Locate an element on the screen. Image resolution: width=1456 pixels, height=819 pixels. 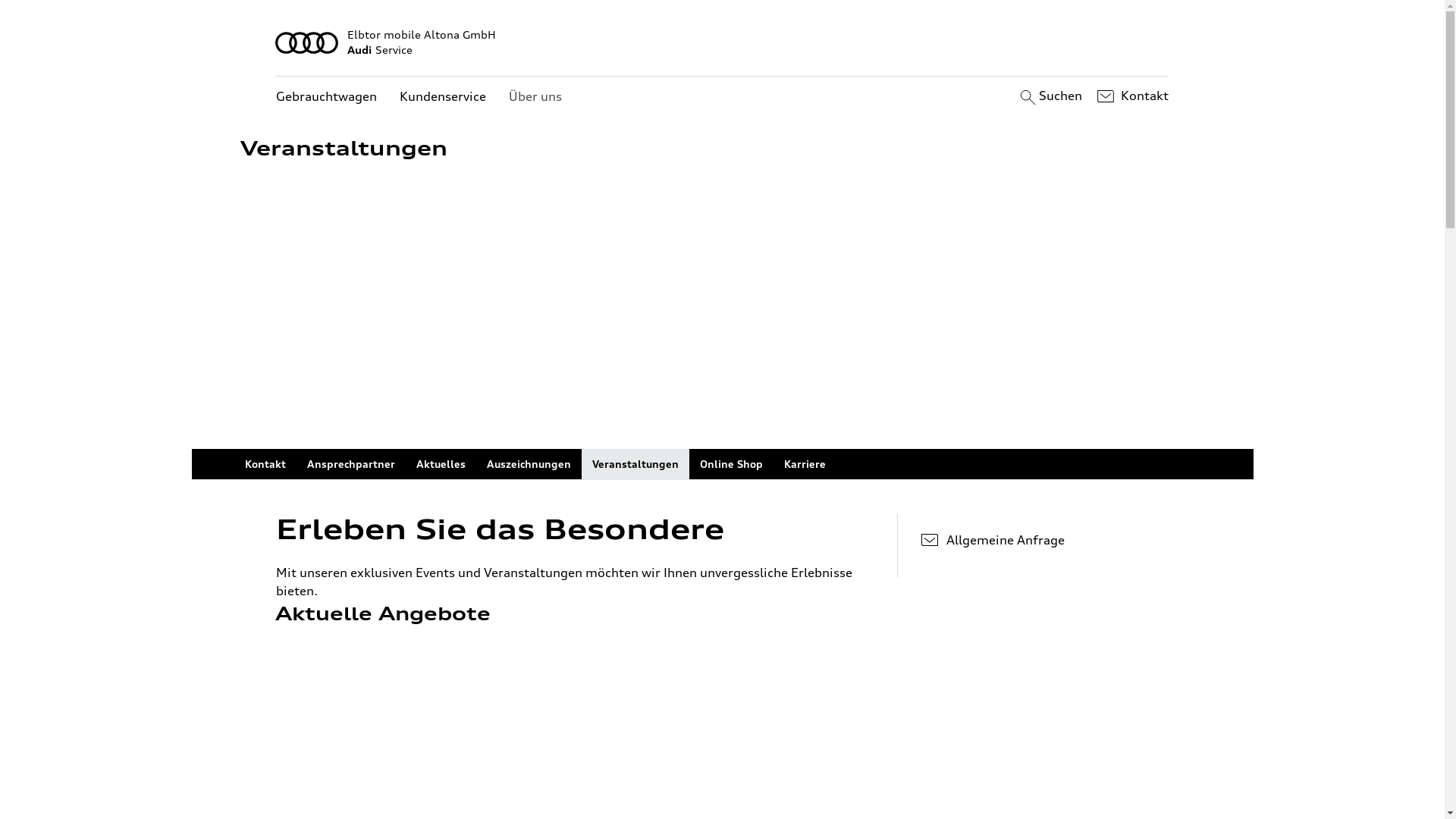
'Auszeichnungen' is located at coordinates (529, 463).